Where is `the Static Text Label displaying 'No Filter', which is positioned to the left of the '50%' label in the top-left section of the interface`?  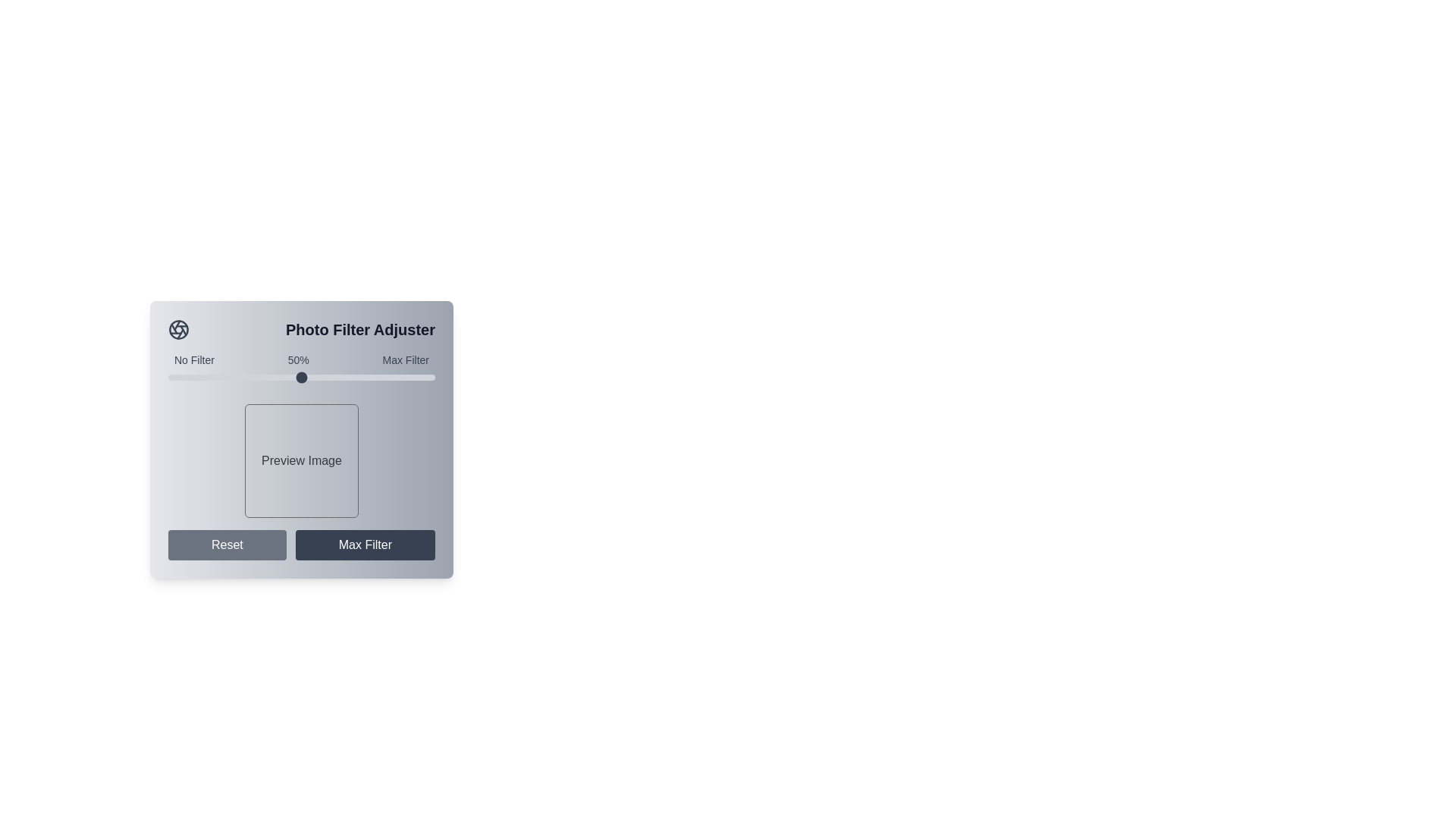 the Static Text Label displaying 'No Filter', which is positioned to the left of the '50%' label in the top-left section of the interface is located at coordinates (193, 359).